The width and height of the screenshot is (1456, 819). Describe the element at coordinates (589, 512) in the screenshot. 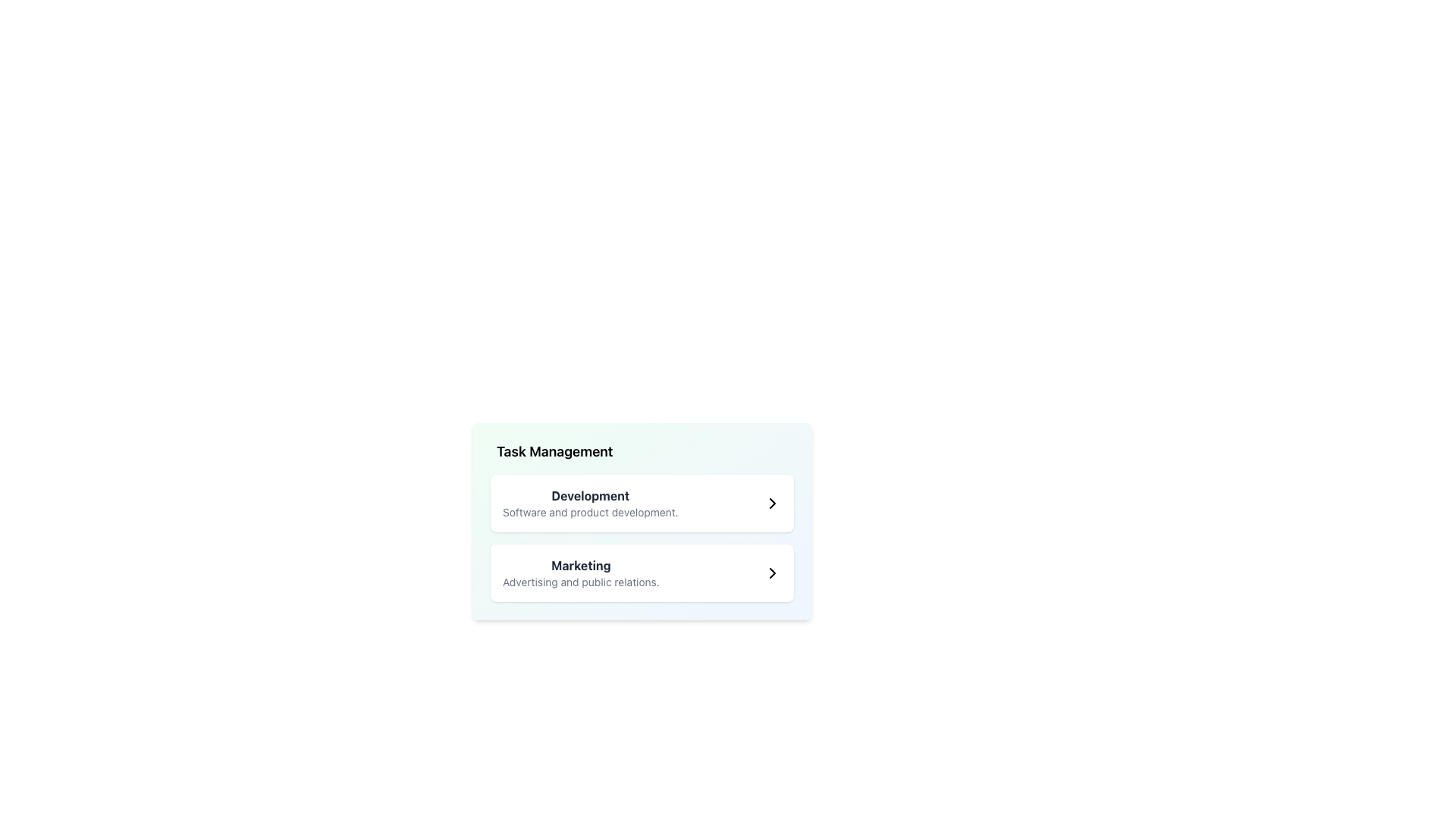

I see `the static text label providing a description of the 'Development' category, located centrally underneath the bold 'Development' heading` at that location.